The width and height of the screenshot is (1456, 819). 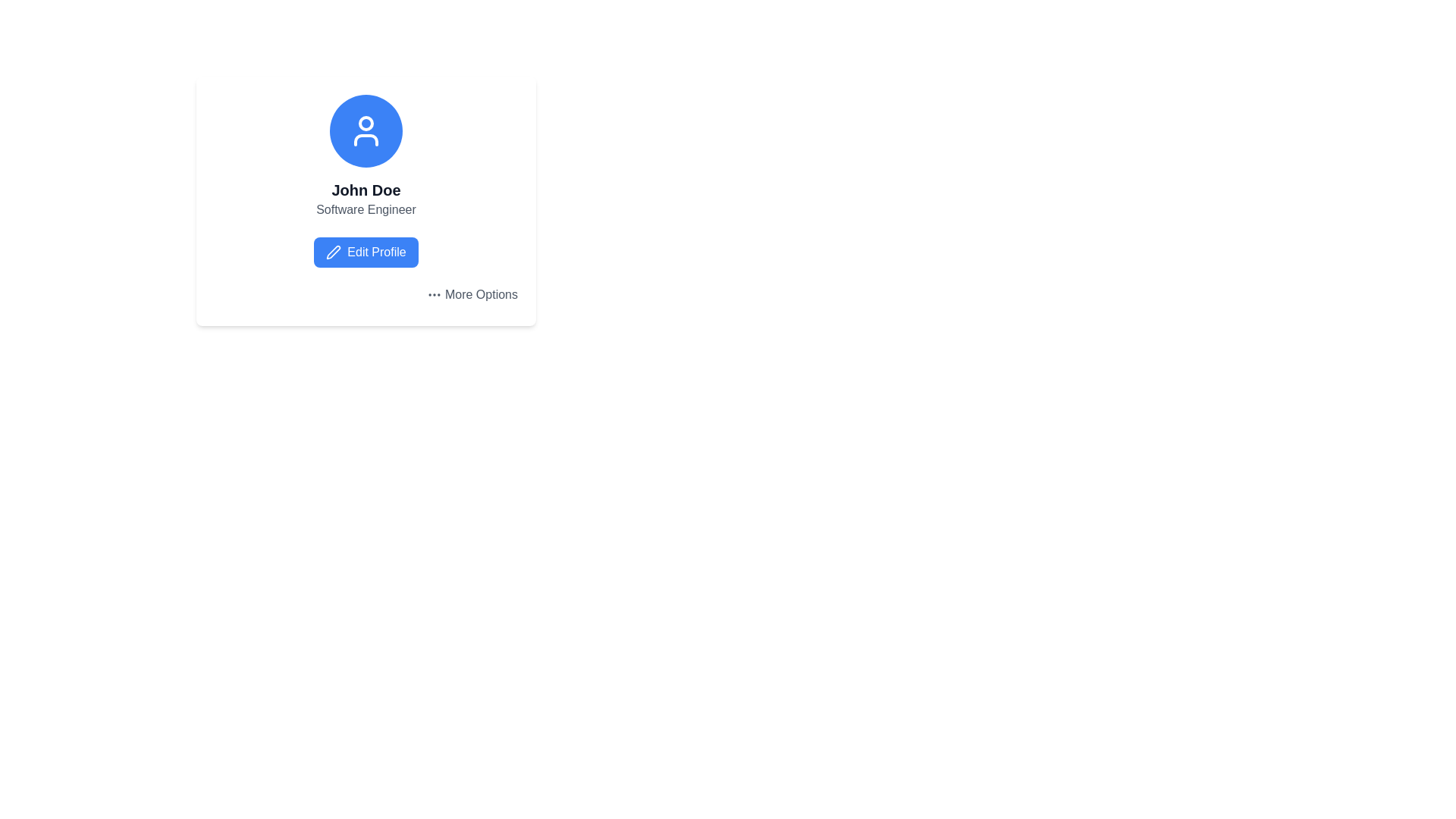 What do you see at coordinates (366, 251) in the screenshot?
I see `the profile edit button located below the 'John Doe' text and 'Software Engineer' subtitle in the profile card` at bounding box center [366, 251].